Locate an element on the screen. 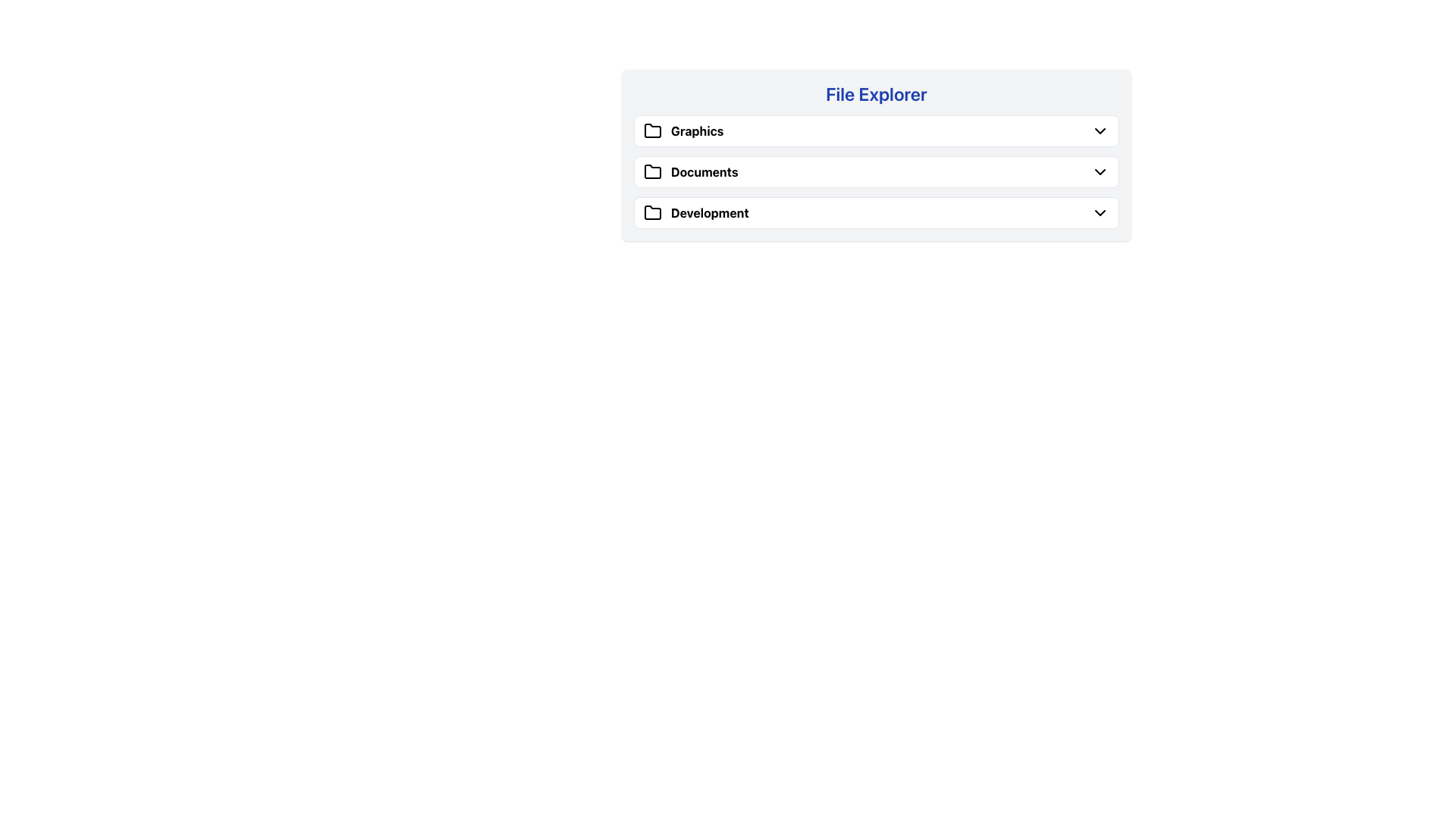 This screenshot has height=819, width=1456. the chevron icon at the far right of the 'Documents' row in the file explorer is located at coordinates (1100, 171).